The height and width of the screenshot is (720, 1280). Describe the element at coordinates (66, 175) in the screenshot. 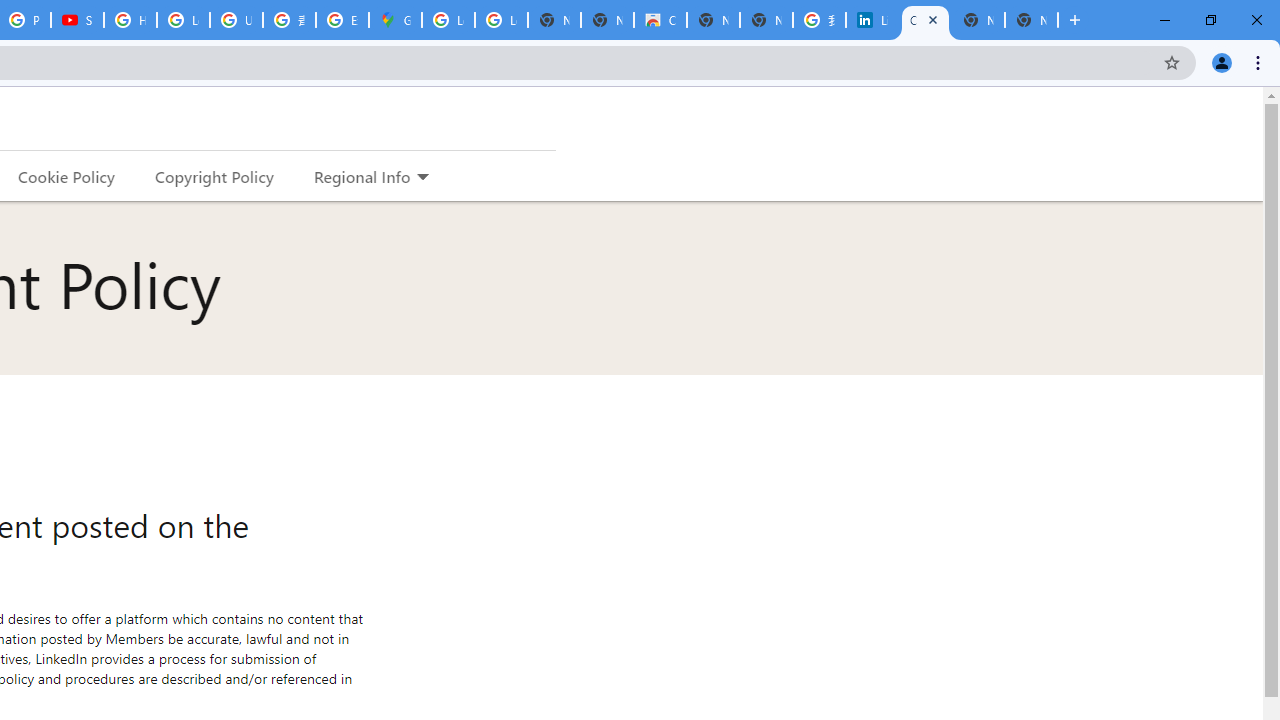

I see `'Cookie Policy'` at that location.